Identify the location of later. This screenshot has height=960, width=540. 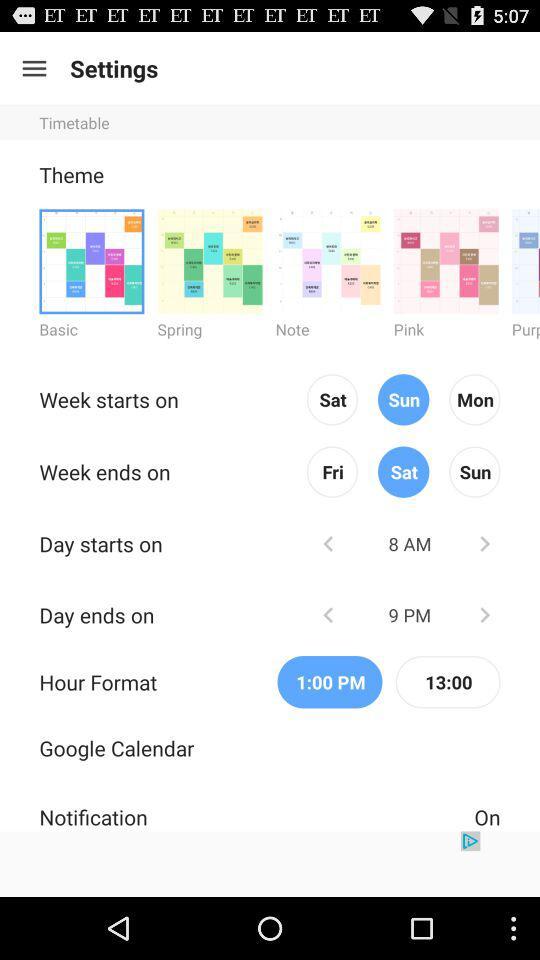
(483, 543).